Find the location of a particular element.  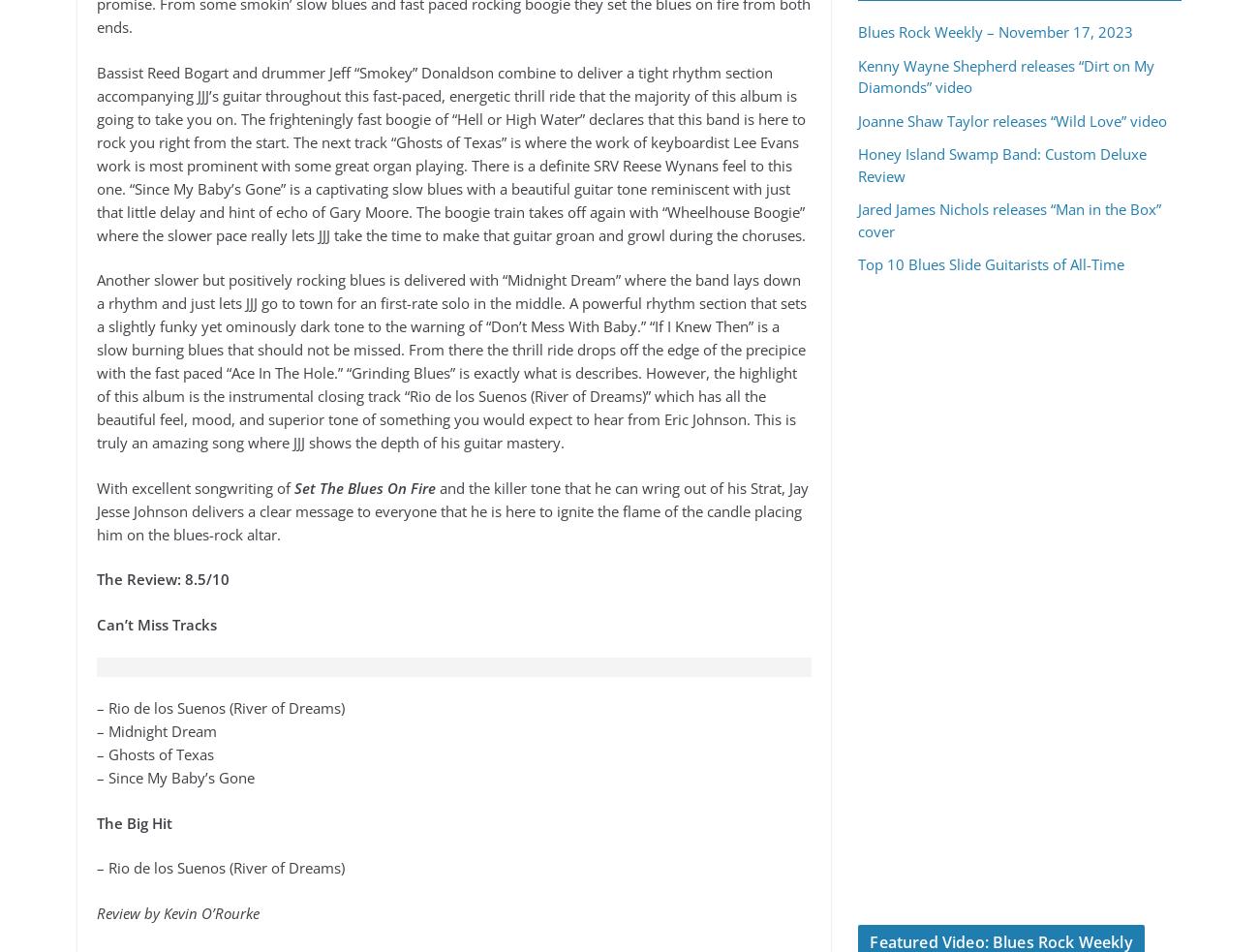

'The Big Hit' is located at coordinates (133, 822).